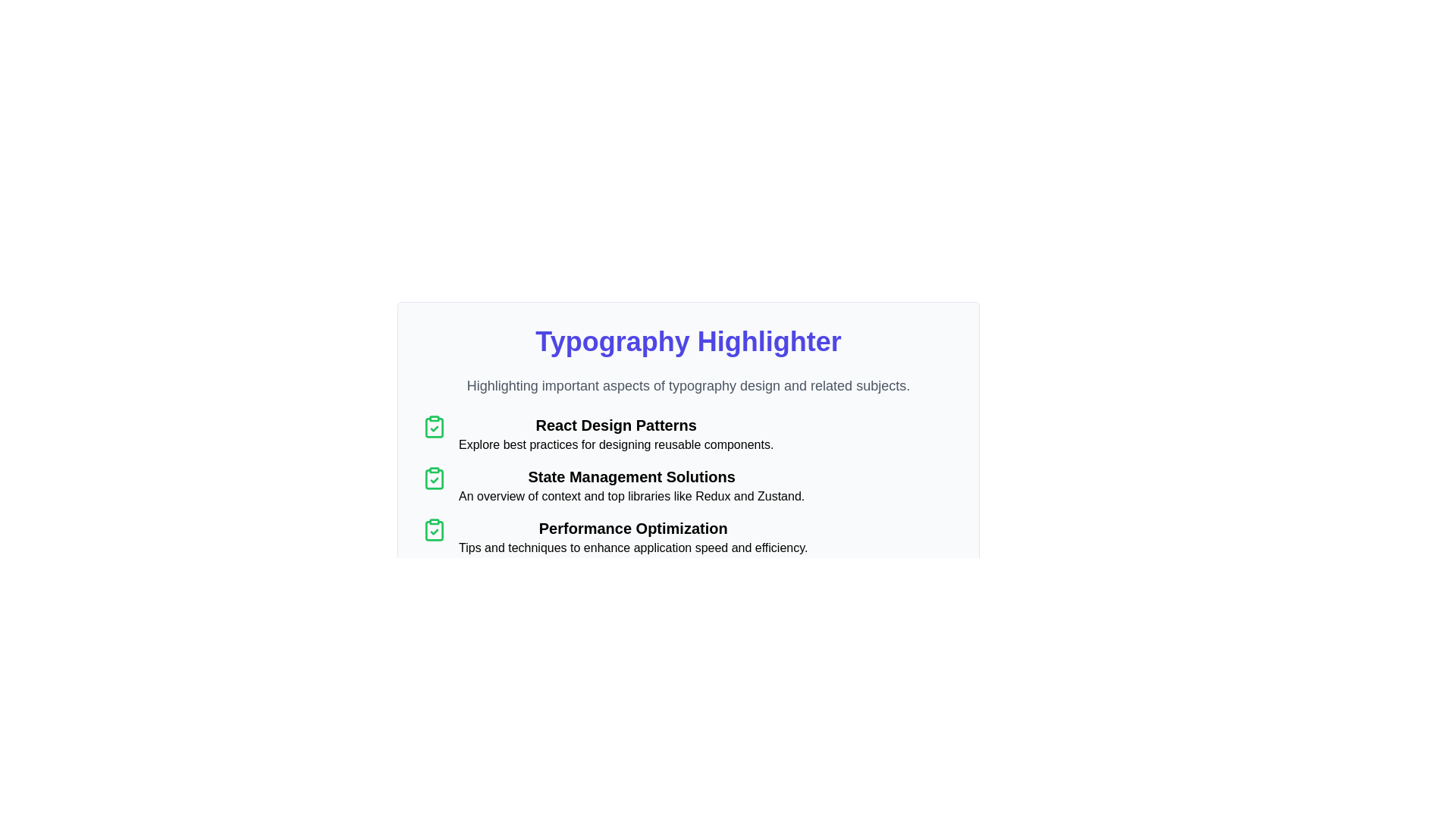 The height and width of the screenshot is (819, 1456). What do you see at coordinates (616, 444) in the screenshot?
I see `the informational text that says 'Explore best practices for designing reusable components.' which is located directly below the bold title 'React Design Patterns'` at bounding box center [616, 444].